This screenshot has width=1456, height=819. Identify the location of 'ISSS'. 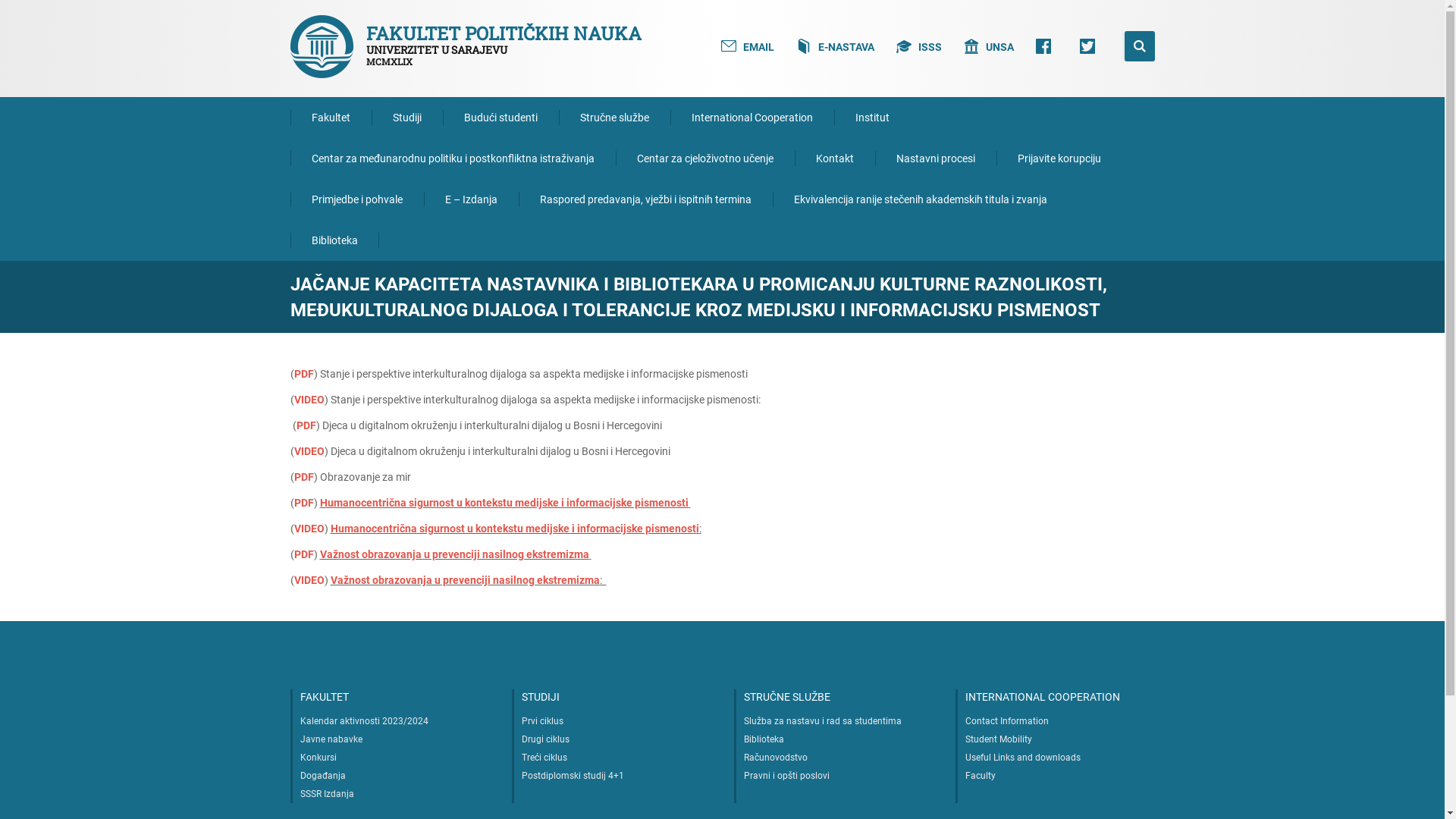
(918, 45).